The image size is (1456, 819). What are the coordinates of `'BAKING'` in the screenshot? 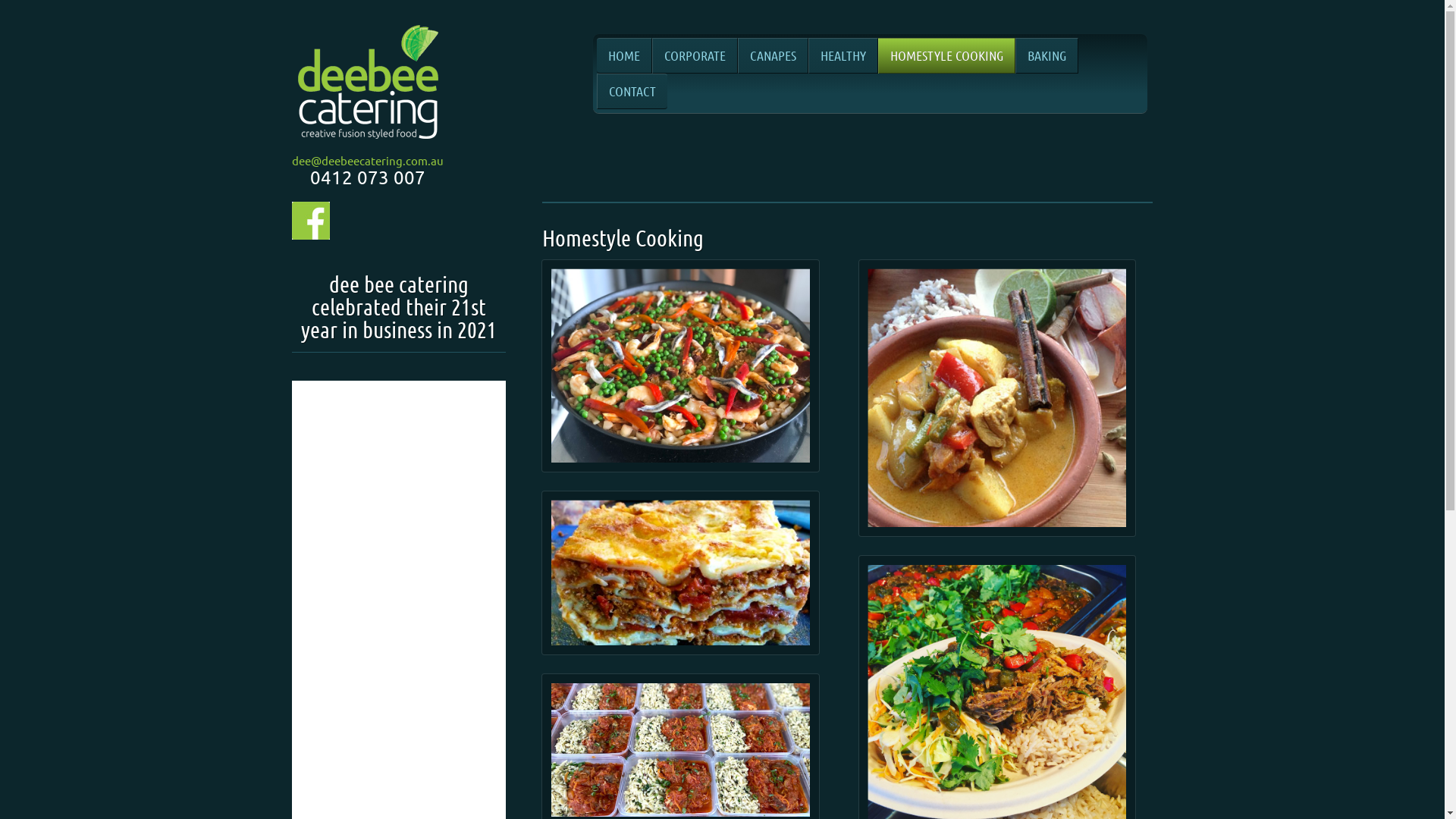 It's located at (1046, 55).